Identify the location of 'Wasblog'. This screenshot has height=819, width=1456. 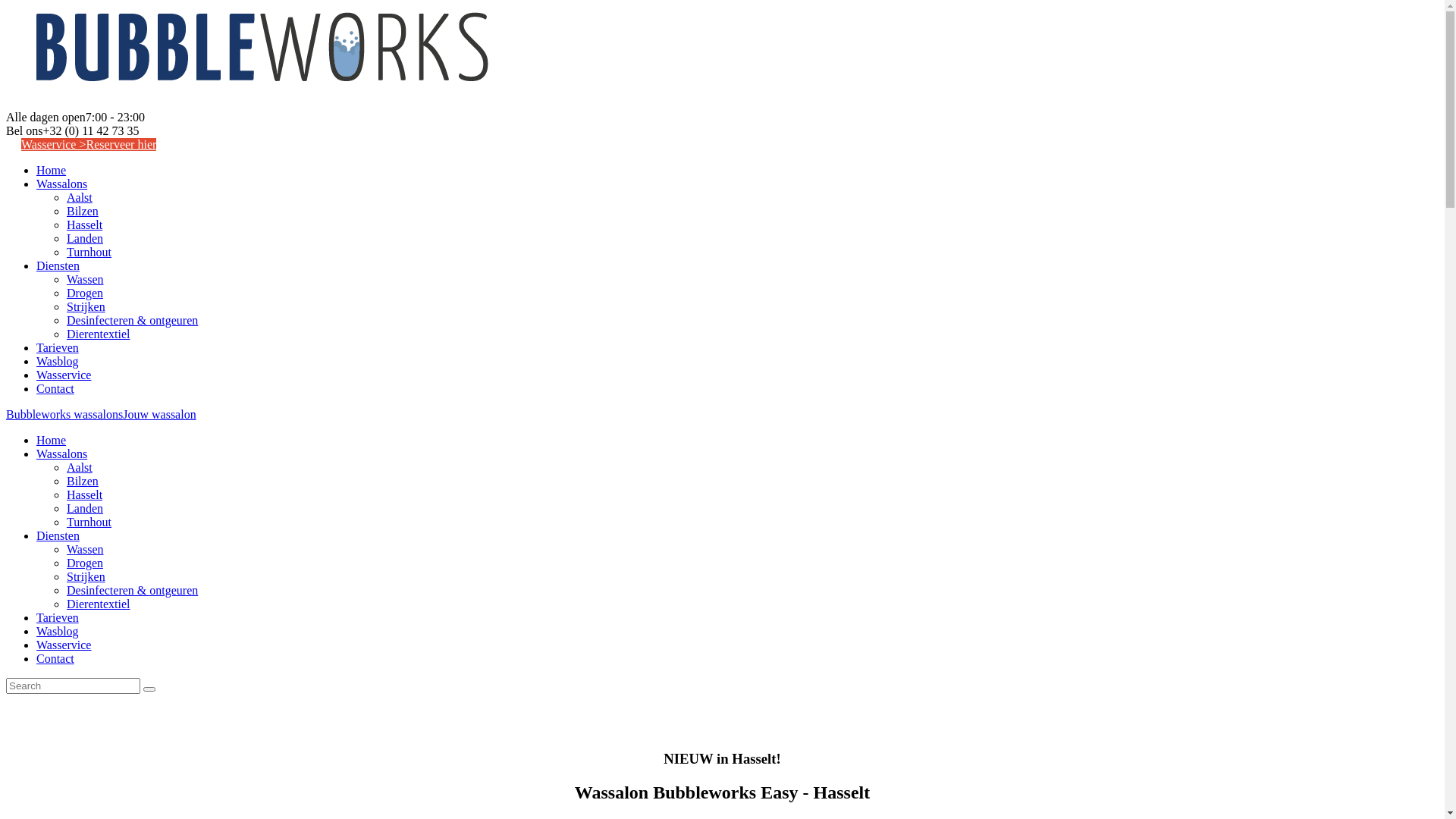
(58, 631).